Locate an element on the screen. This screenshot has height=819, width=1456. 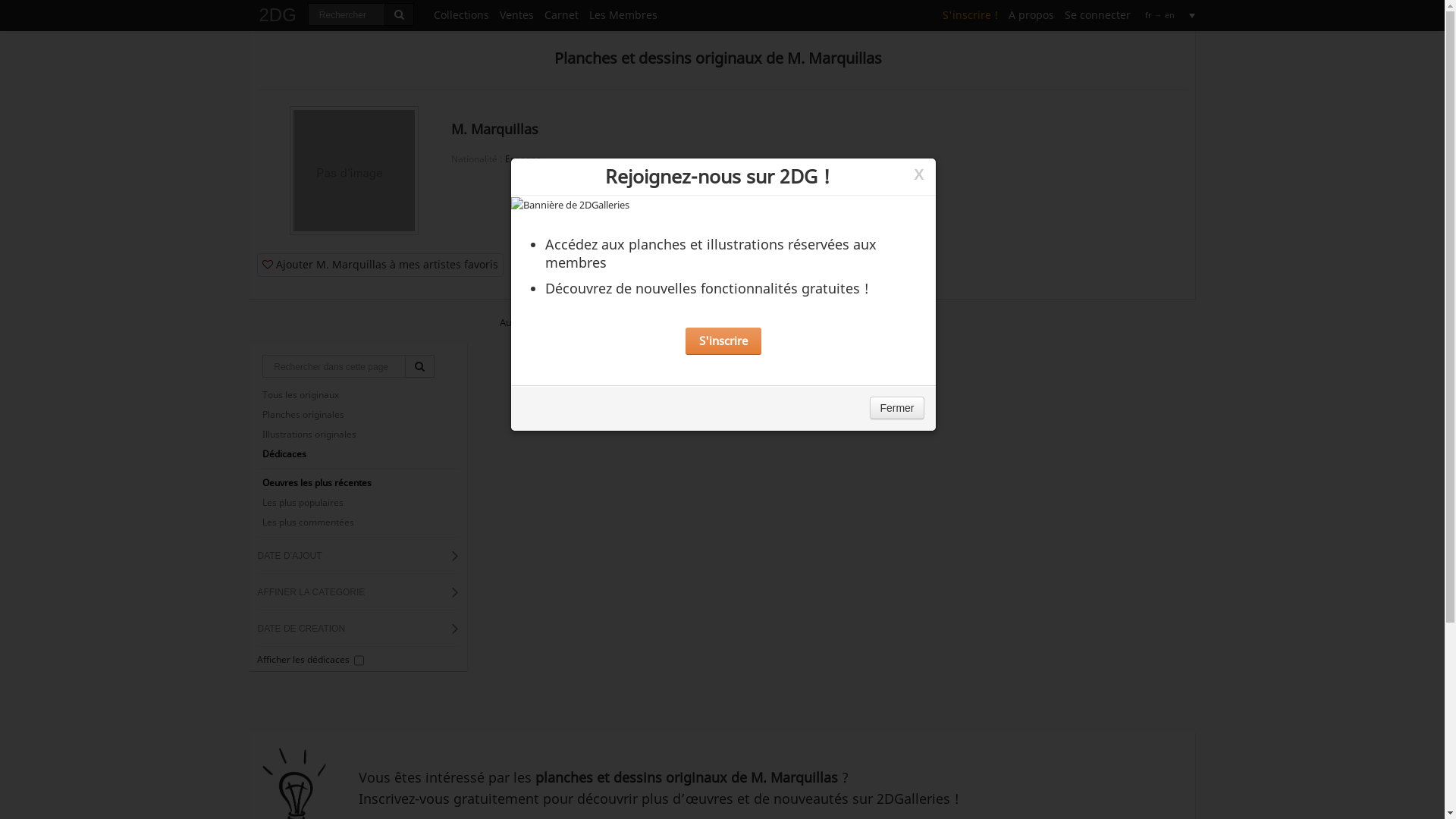
'Illustrations originales' is located at coordinates (258, 435).